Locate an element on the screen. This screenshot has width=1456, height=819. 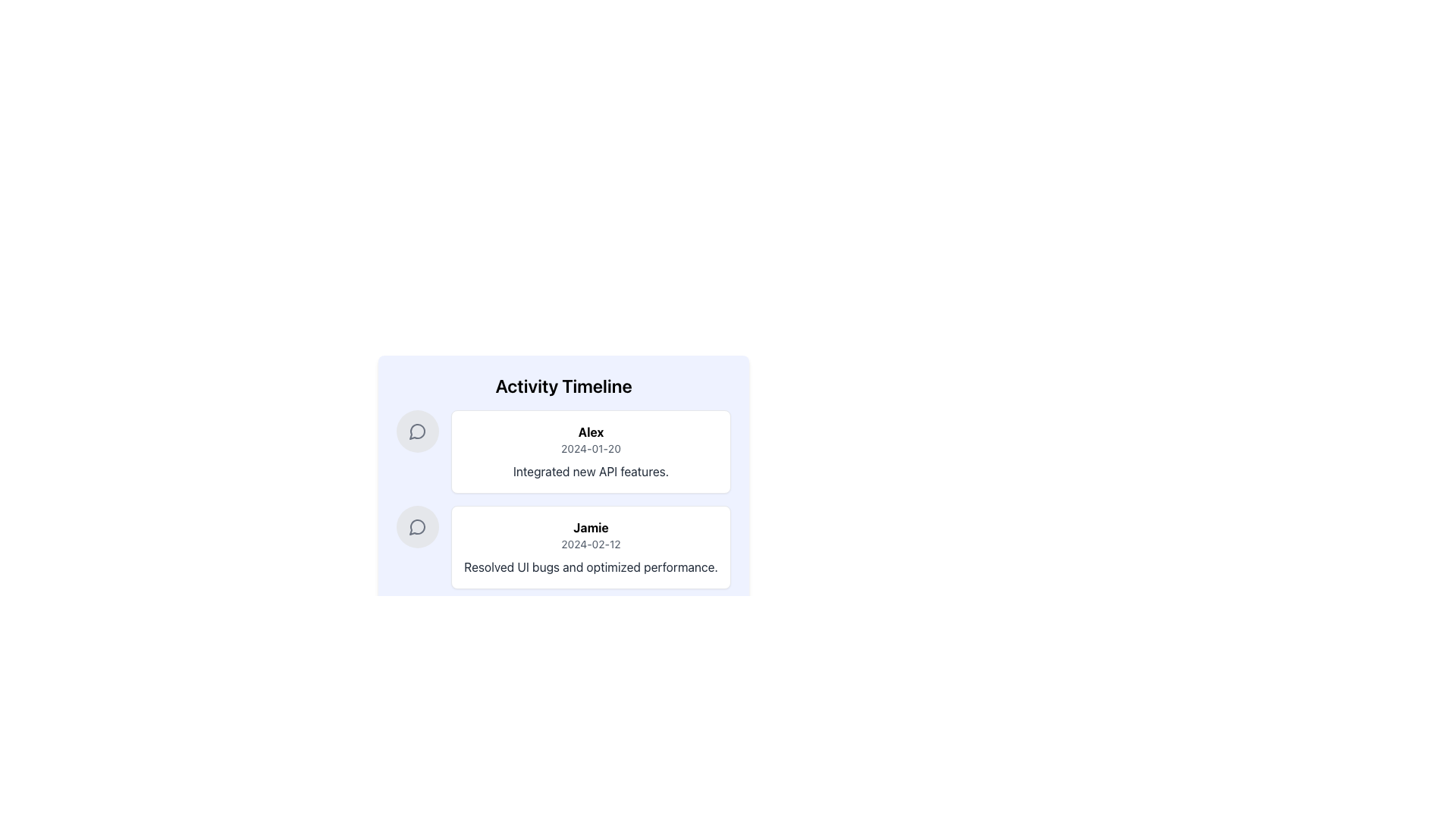
the text label that reads 'Resolved UI bugs and optimized performance.' which is styled in dark gray and positioned below the name 'Jamie' and the date '2024-02-12' is located at coordinates (590, 567).